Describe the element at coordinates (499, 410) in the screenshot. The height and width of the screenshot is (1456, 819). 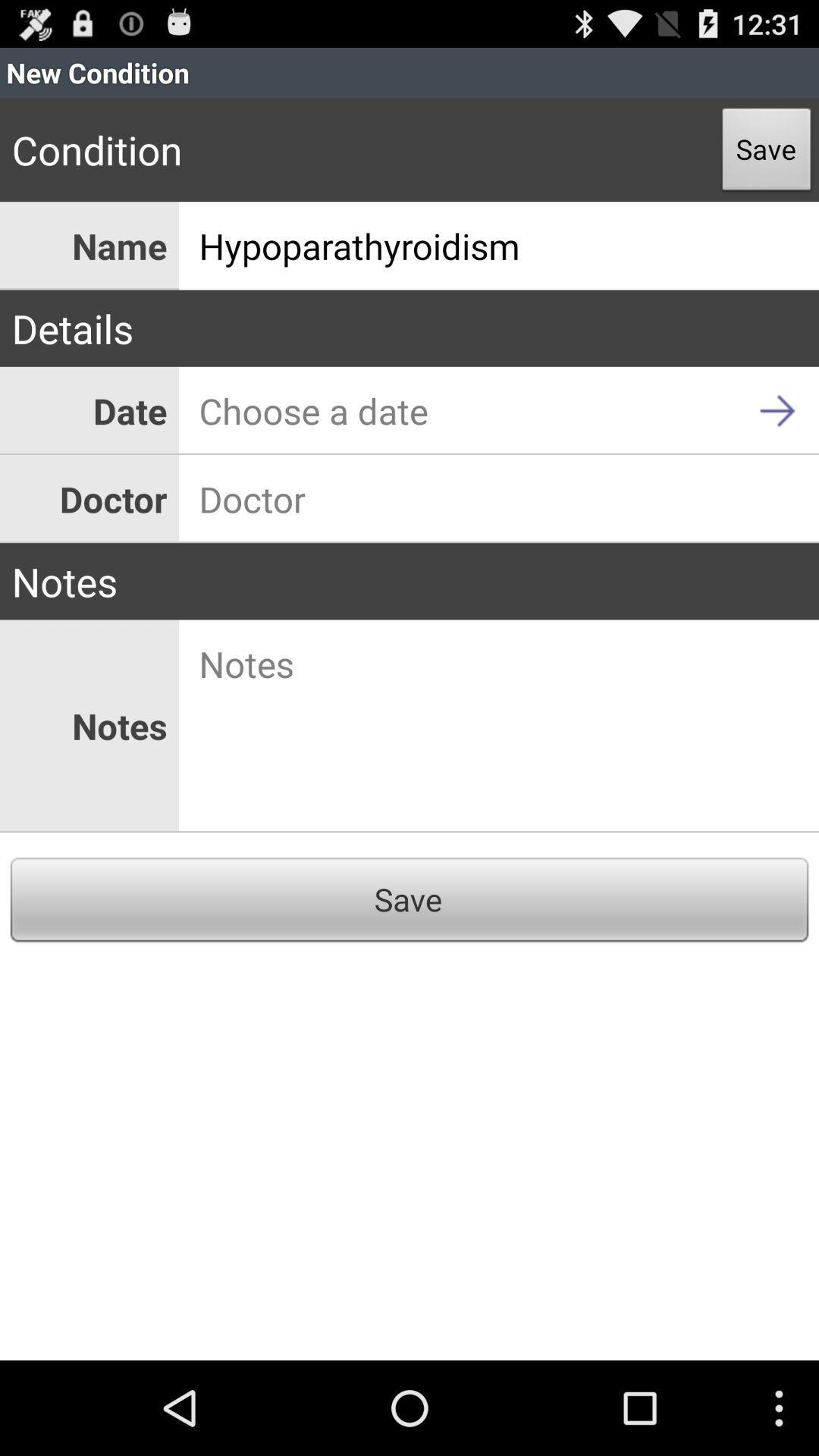
I see `app next to date` at that location.